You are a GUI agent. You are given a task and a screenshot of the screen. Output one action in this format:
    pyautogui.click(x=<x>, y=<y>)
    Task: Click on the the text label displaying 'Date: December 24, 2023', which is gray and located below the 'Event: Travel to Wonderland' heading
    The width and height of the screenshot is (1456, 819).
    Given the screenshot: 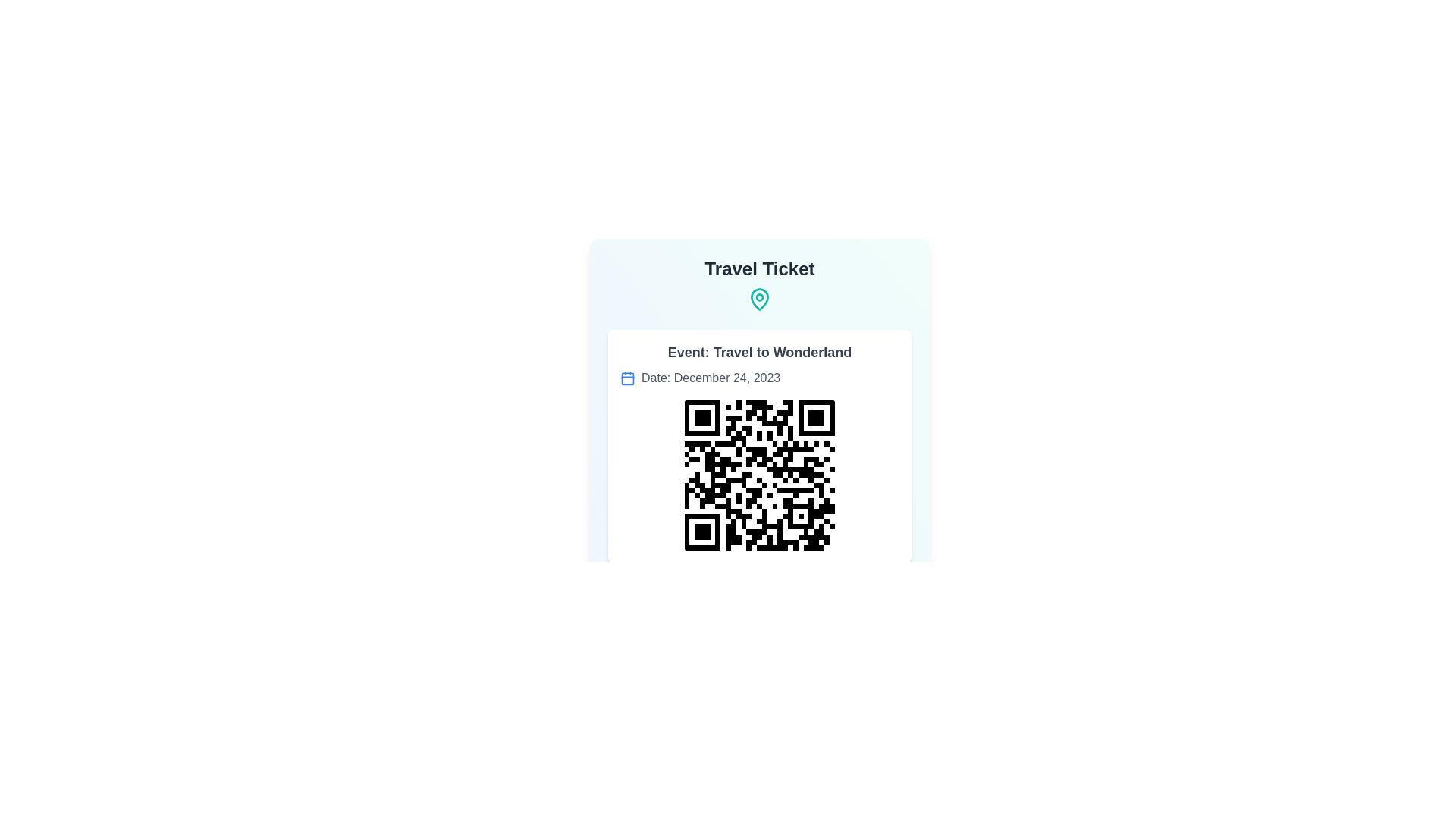 What is the action you would take?
    pyautogui.click(x=710, y=377)
    